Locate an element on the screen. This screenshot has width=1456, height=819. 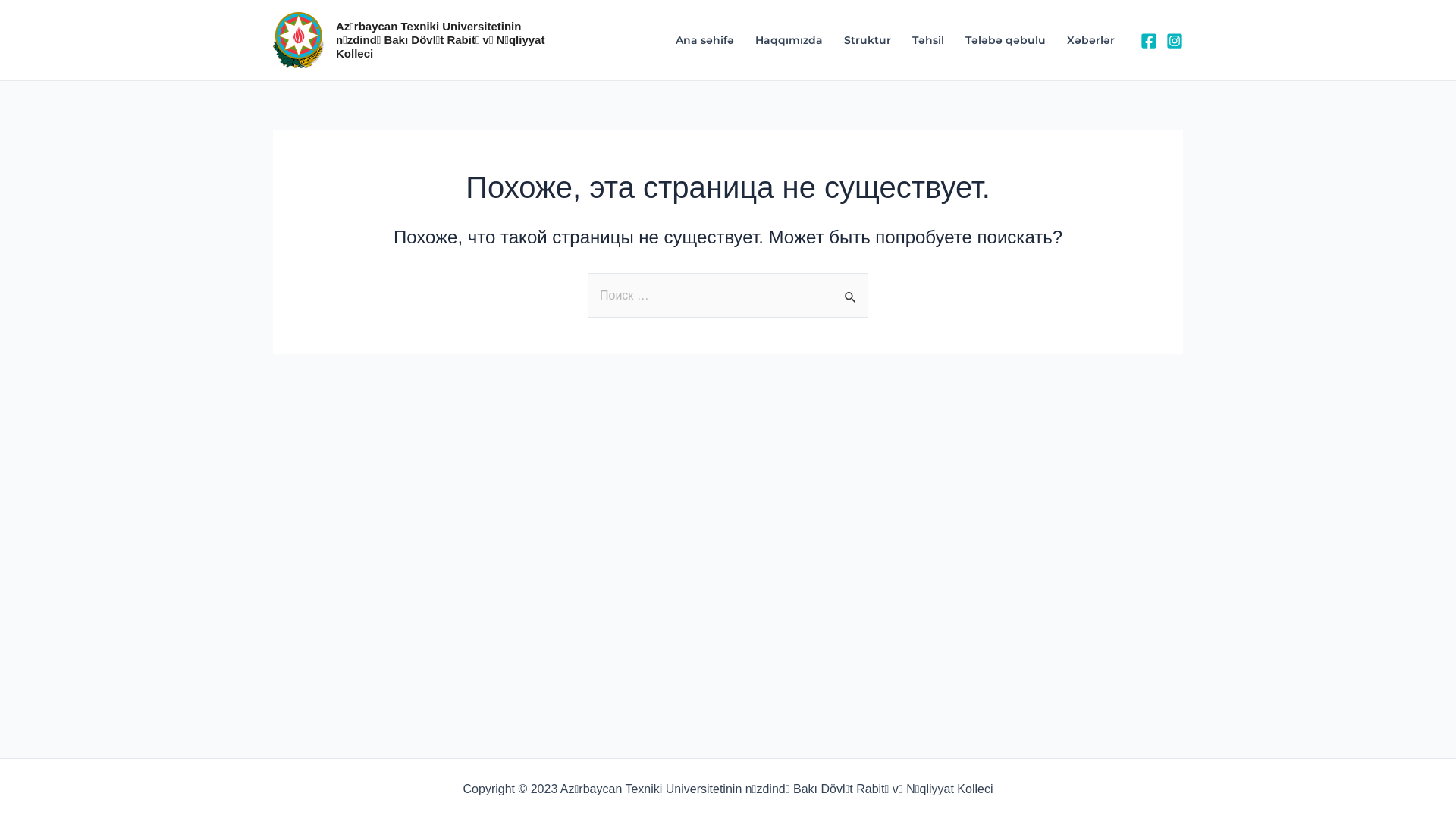
'Struktur' is located at coordinates (867, 39).